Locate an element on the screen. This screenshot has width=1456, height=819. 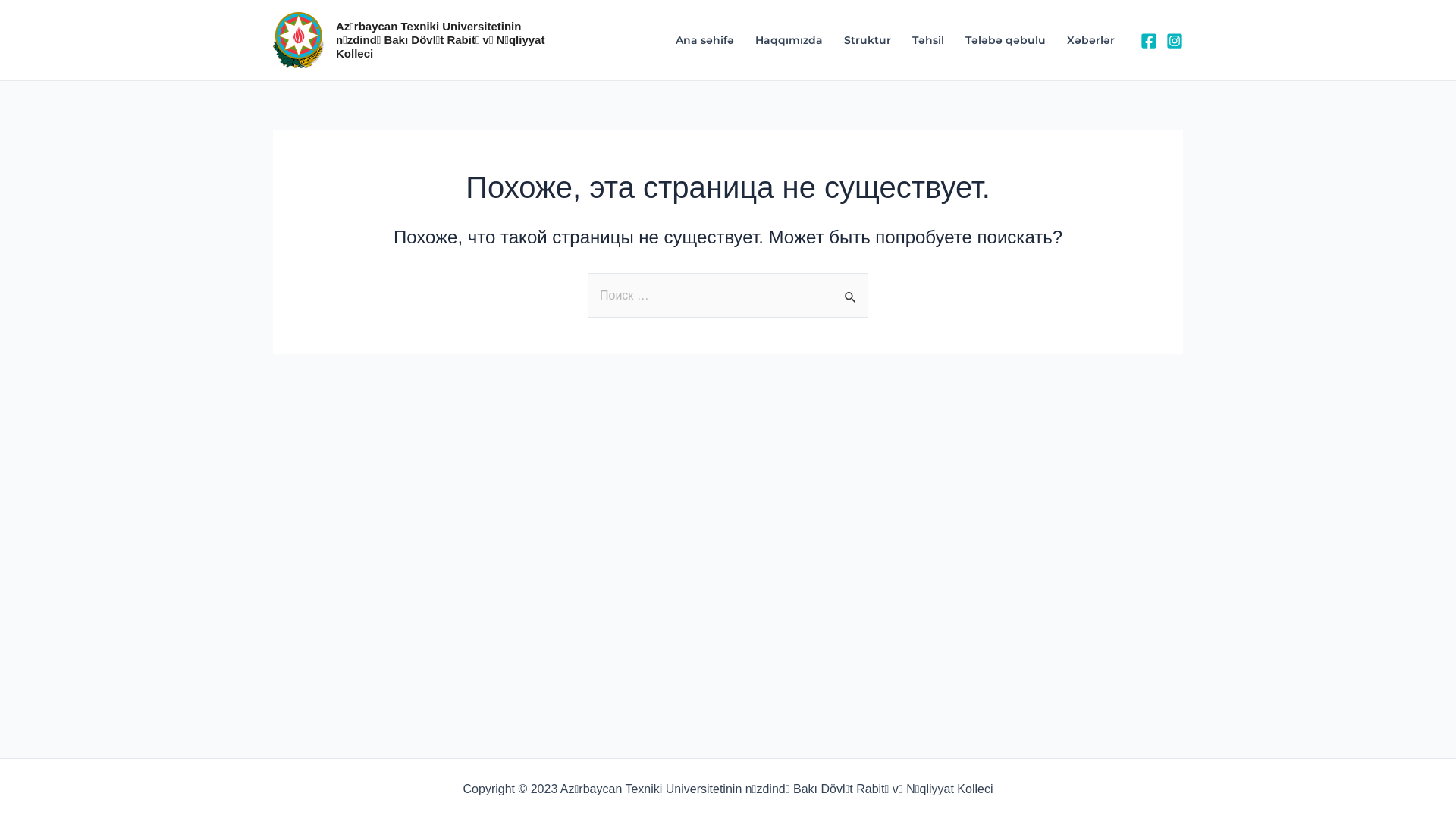
'Struktur' is located at coordinates (867, 39).